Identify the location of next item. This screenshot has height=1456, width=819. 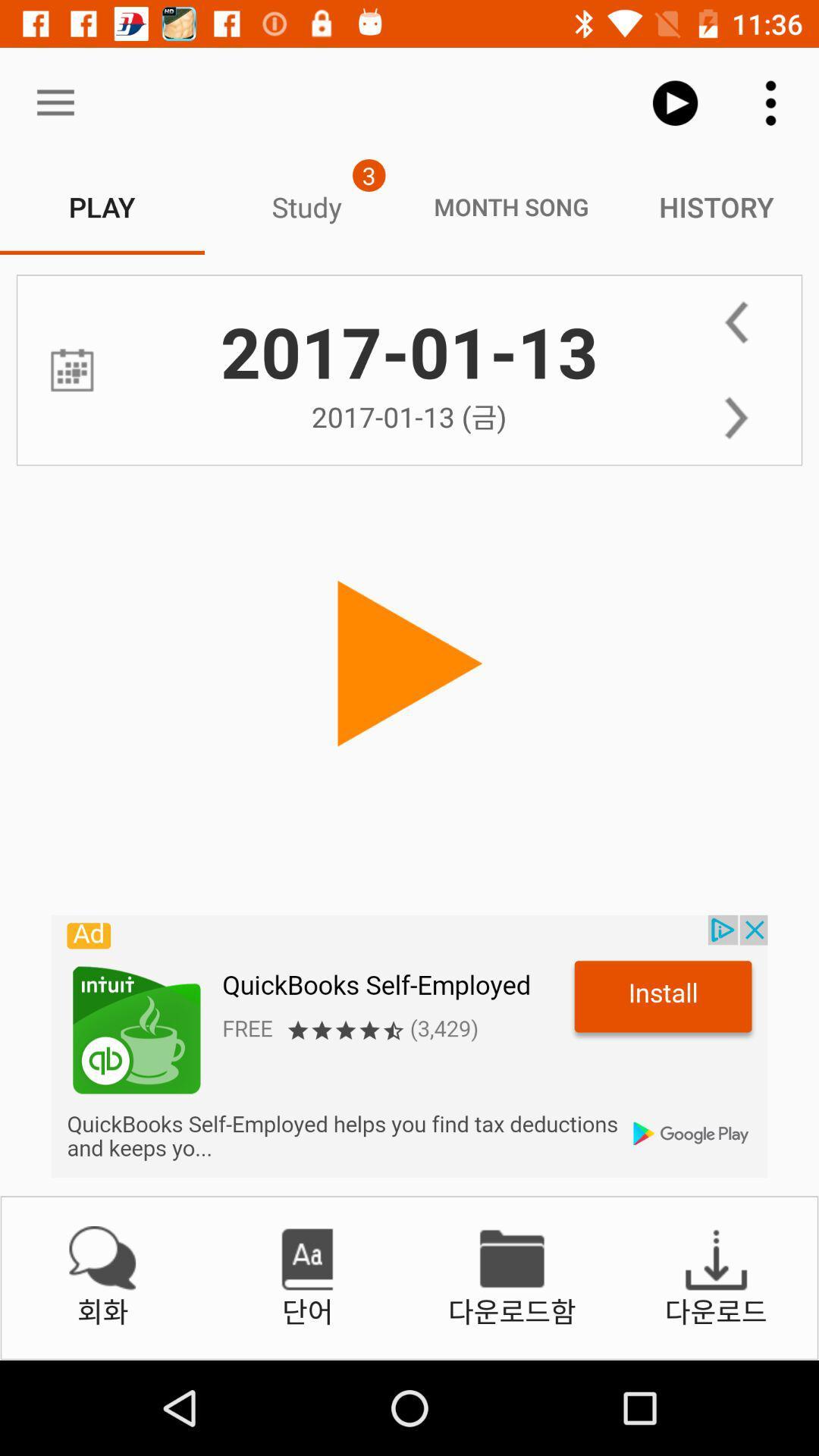
(736, 418).